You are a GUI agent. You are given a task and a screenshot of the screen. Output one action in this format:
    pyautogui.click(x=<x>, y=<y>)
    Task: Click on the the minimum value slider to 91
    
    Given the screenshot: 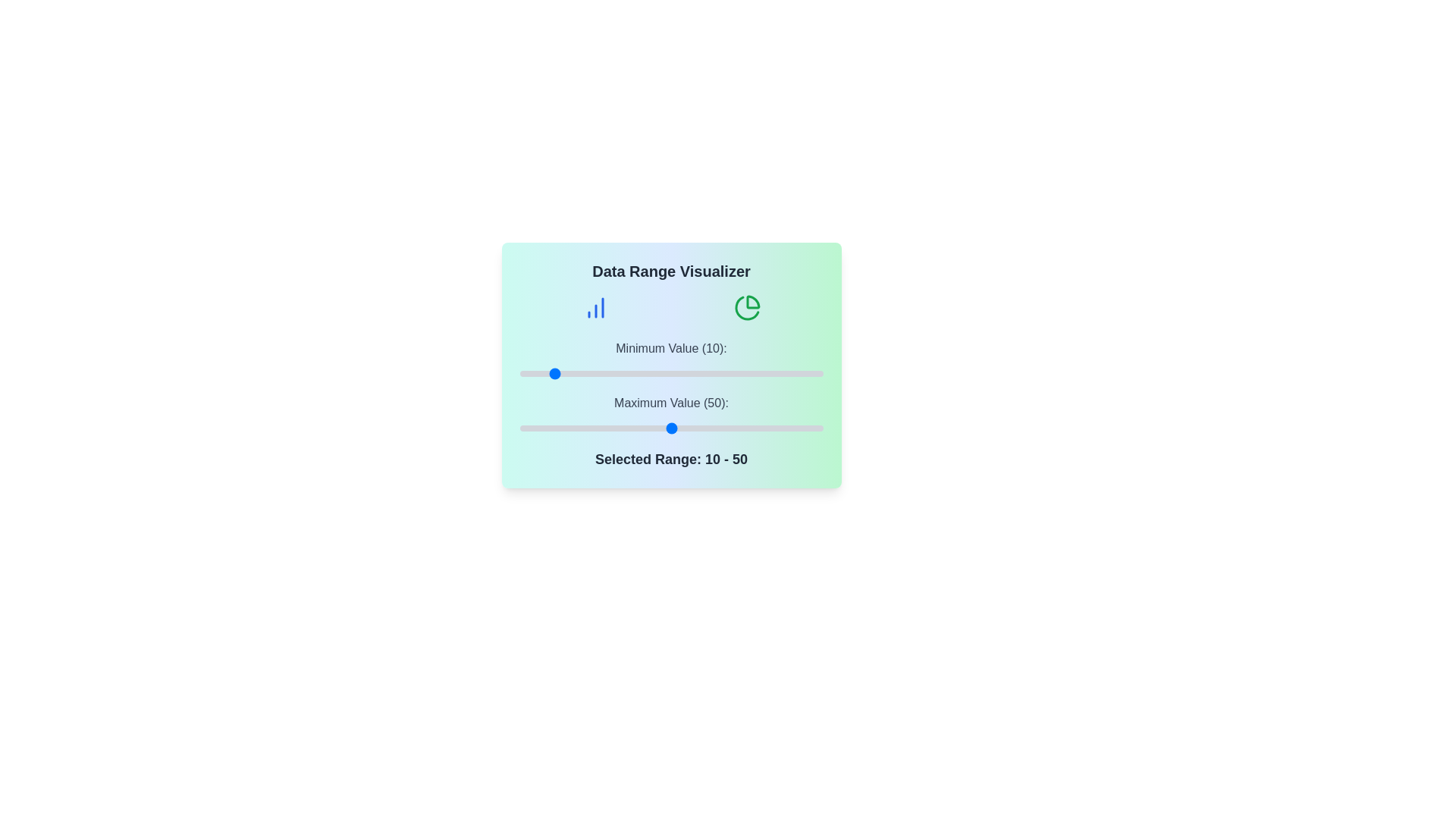 What is the action you would take?
    pyautogui.click(x=795, y=374)
    